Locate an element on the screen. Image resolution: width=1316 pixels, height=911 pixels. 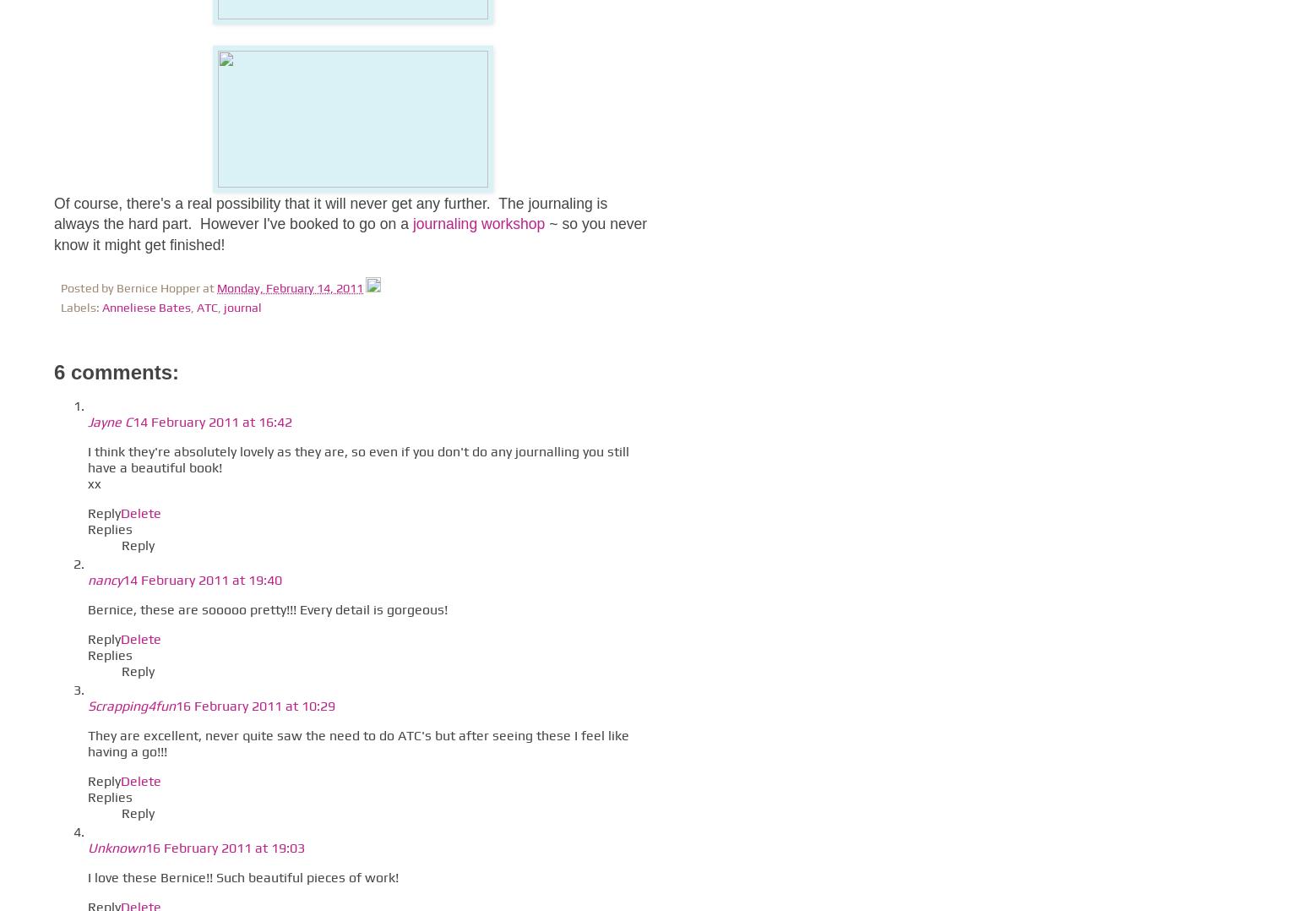
'Of course, there's a real possibility that it will never get any further.  The journaling is always the hard part.  However I've booked to go on a' is located at coordinates (329, 212).